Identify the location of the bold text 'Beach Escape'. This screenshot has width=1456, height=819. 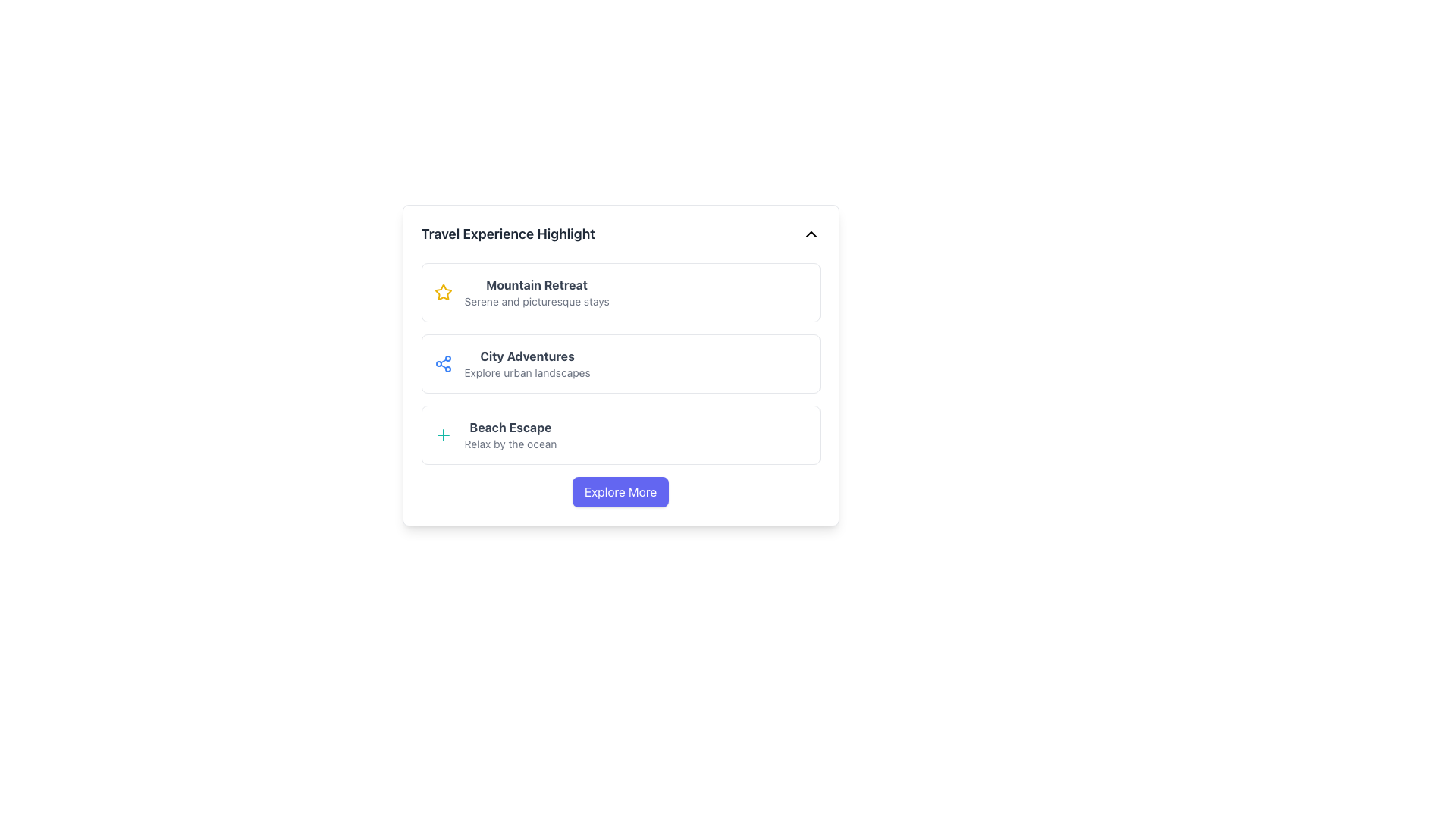
(510, 427).